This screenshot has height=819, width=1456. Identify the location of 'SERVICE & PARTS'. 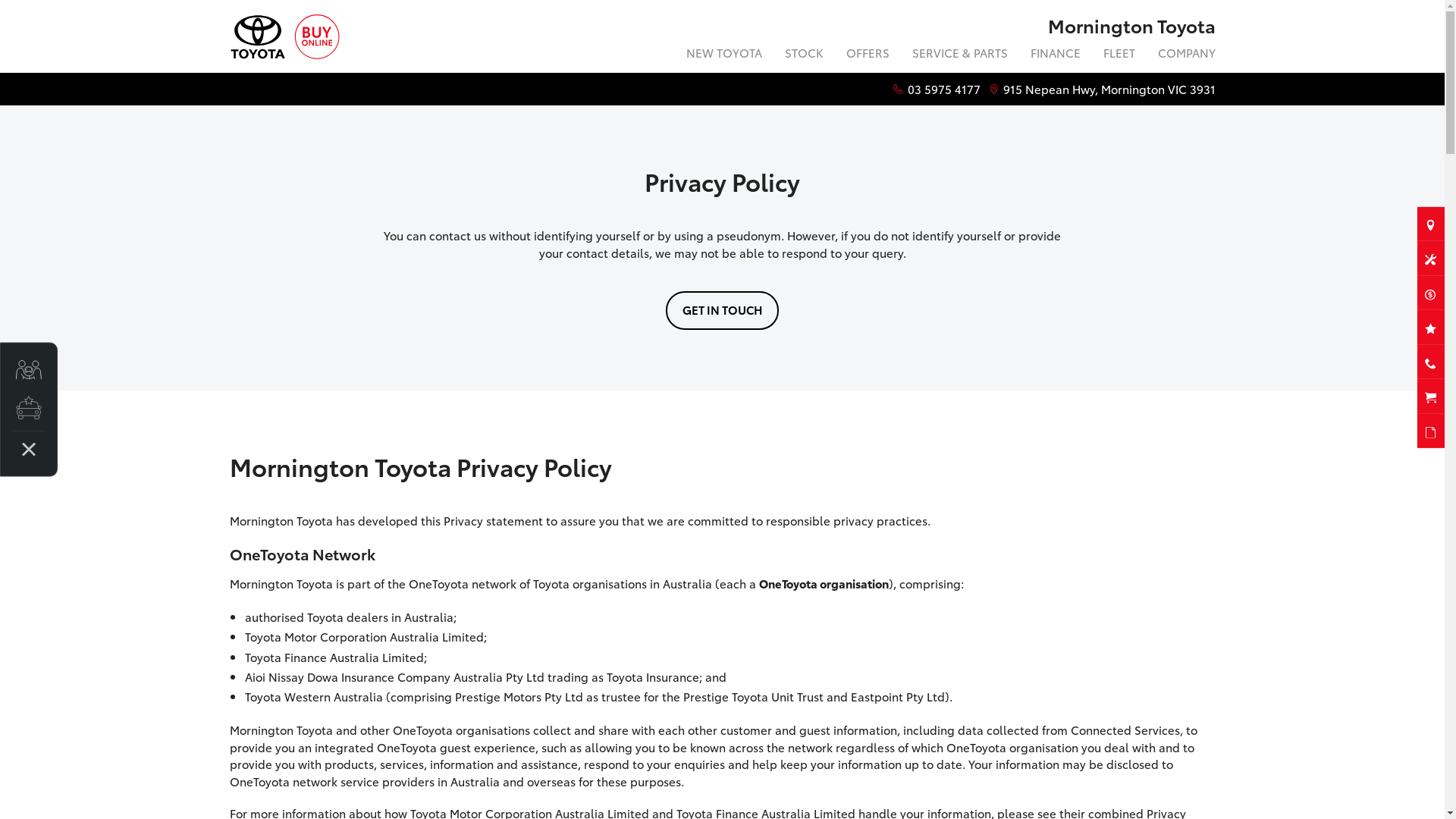
(959, 54).